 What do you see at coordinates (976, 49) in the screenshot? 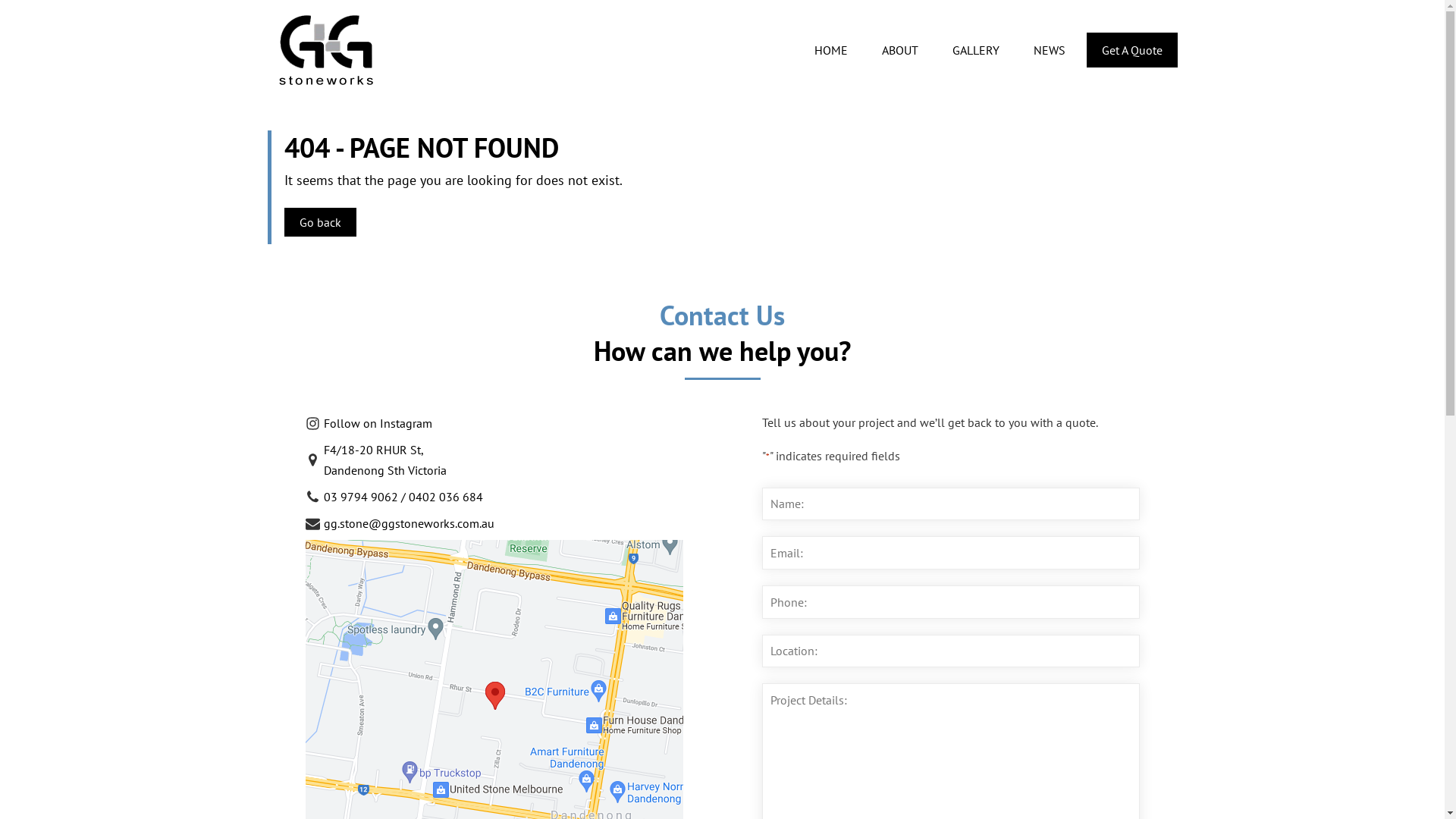
I see `'GALLERY'` at bounding box center [976, 49].